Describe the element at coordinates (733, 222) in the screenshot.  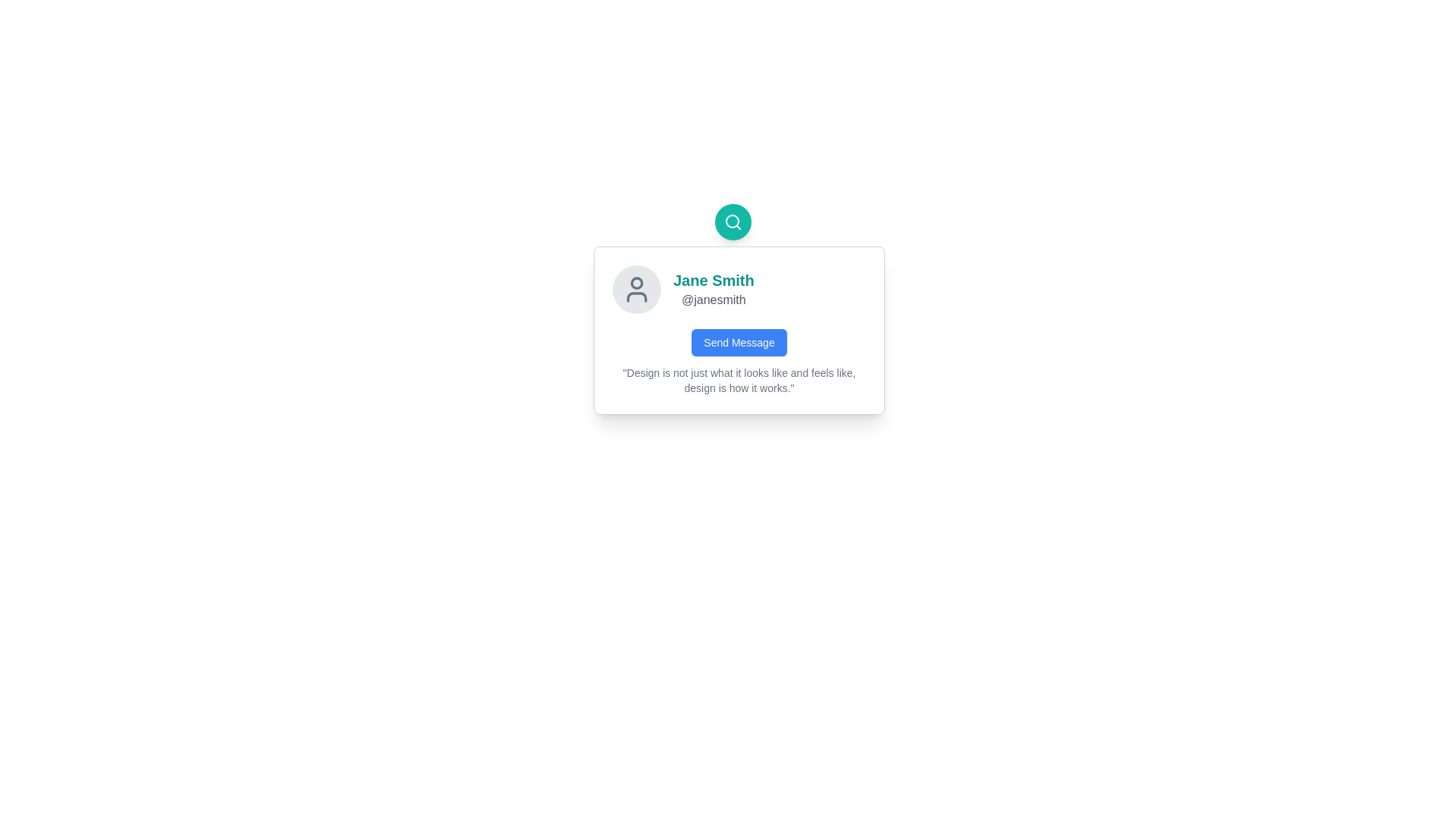
I see `the magnifying glass icon, which is styled as a simple search symbol within a teal circular button` at that location.